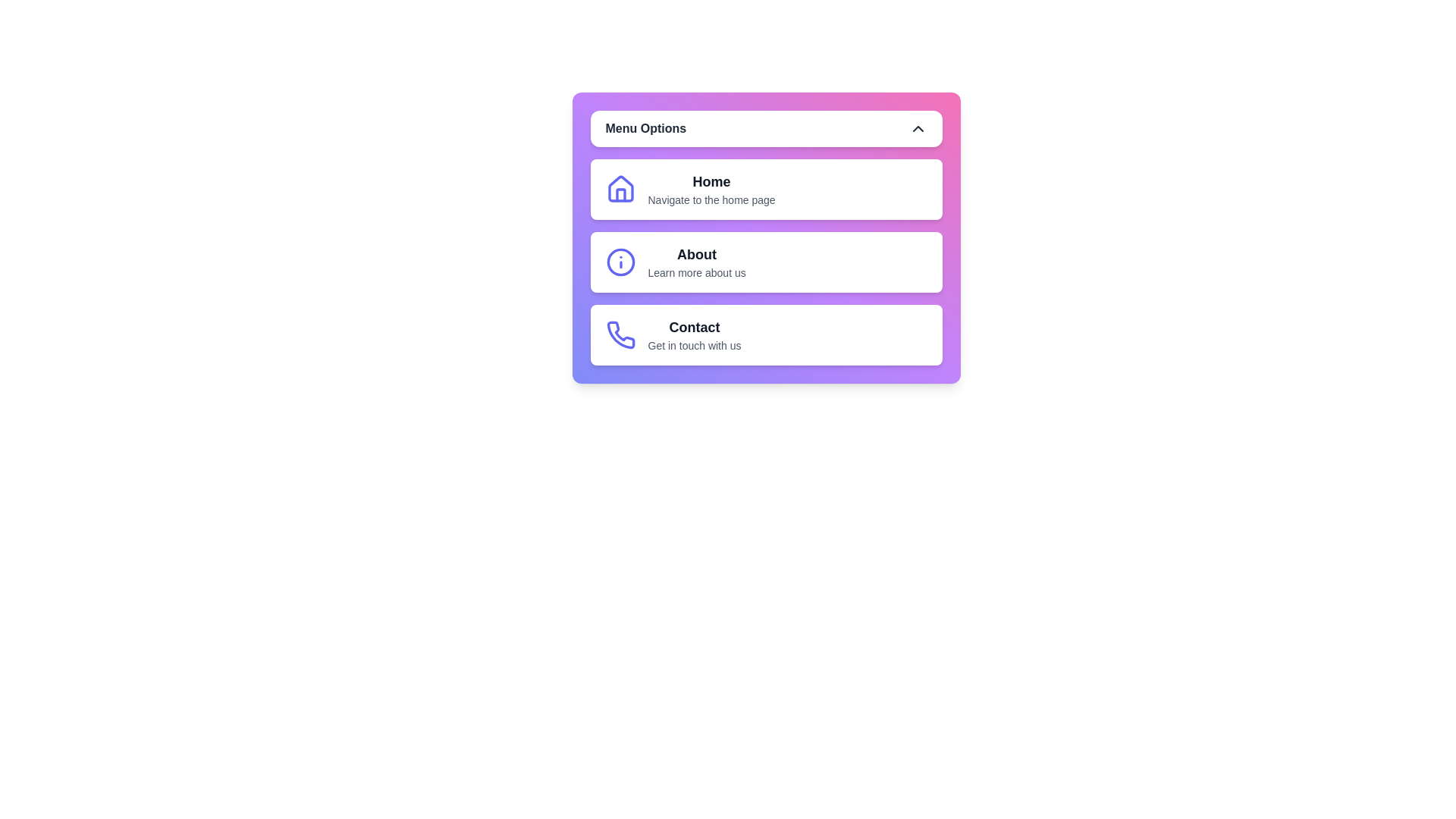  I want to click on the menu item Home to view its hover effect, so click(766, 189).